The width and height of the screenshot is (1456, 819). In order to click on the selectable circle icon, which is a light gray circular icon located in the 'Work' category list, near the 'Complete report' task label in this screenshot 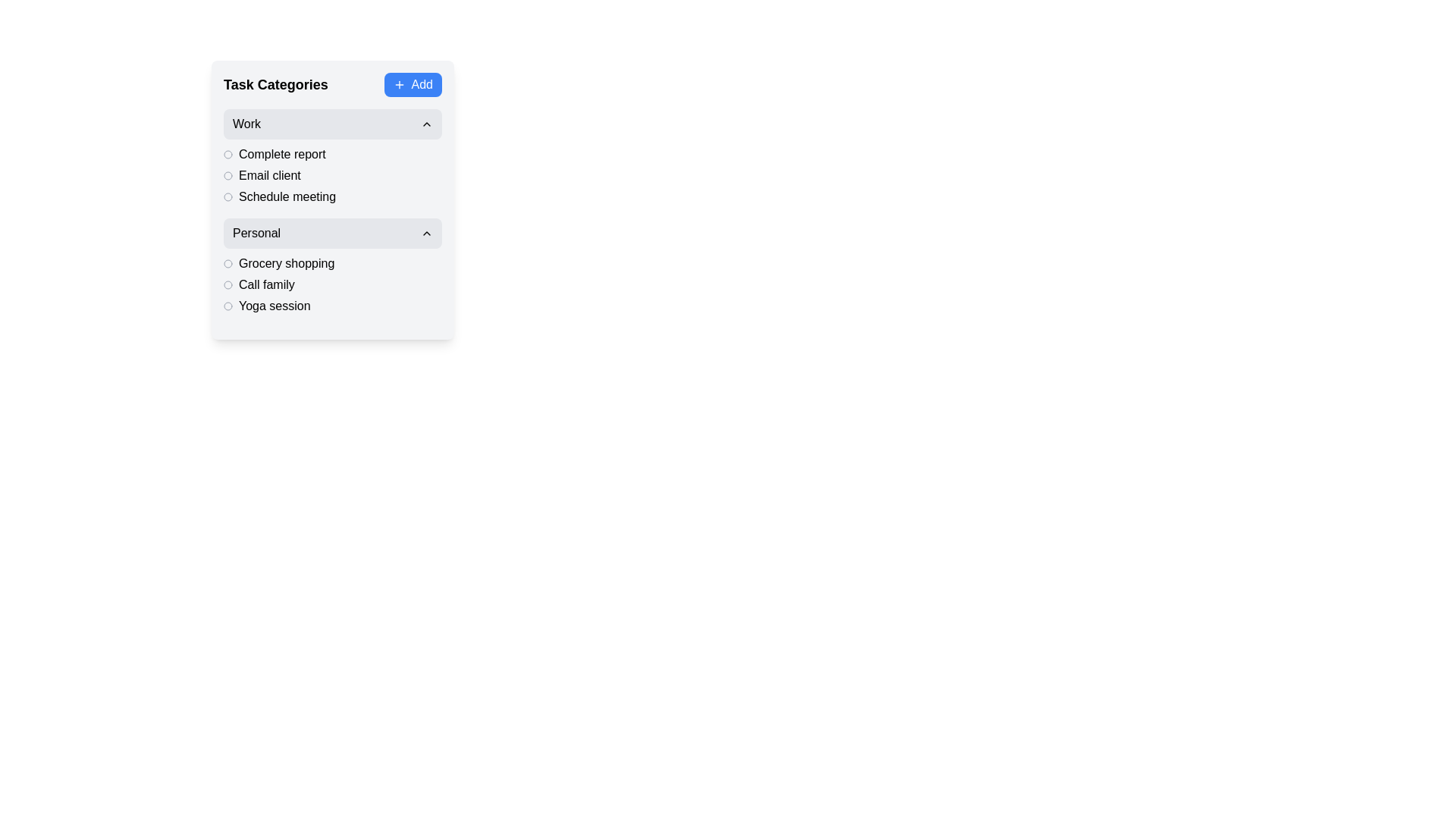, I will do `click(227, 155)`.